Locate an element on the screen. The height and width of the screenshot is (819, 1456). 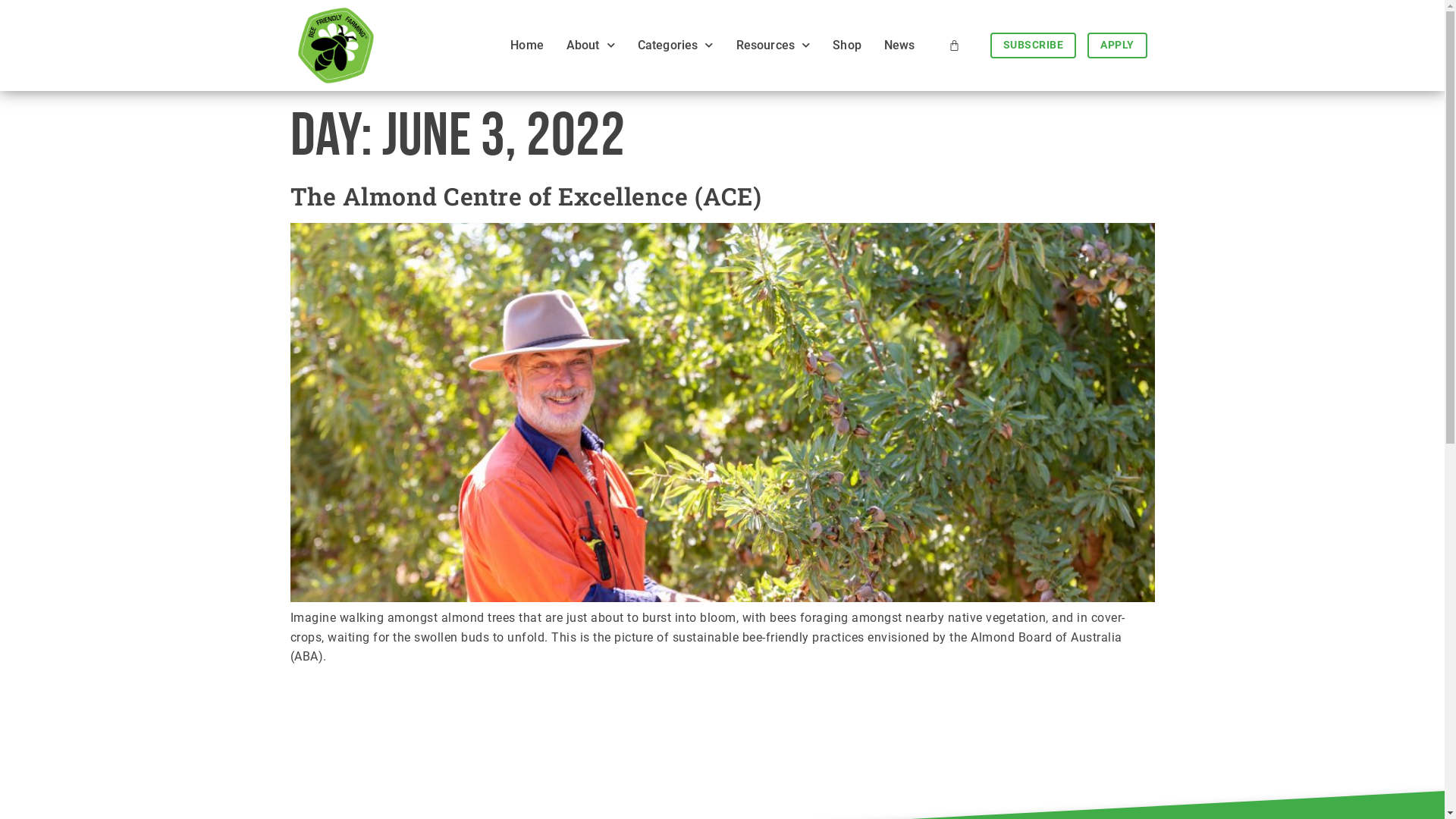
'Categories' is located at coordinates (622, 45).